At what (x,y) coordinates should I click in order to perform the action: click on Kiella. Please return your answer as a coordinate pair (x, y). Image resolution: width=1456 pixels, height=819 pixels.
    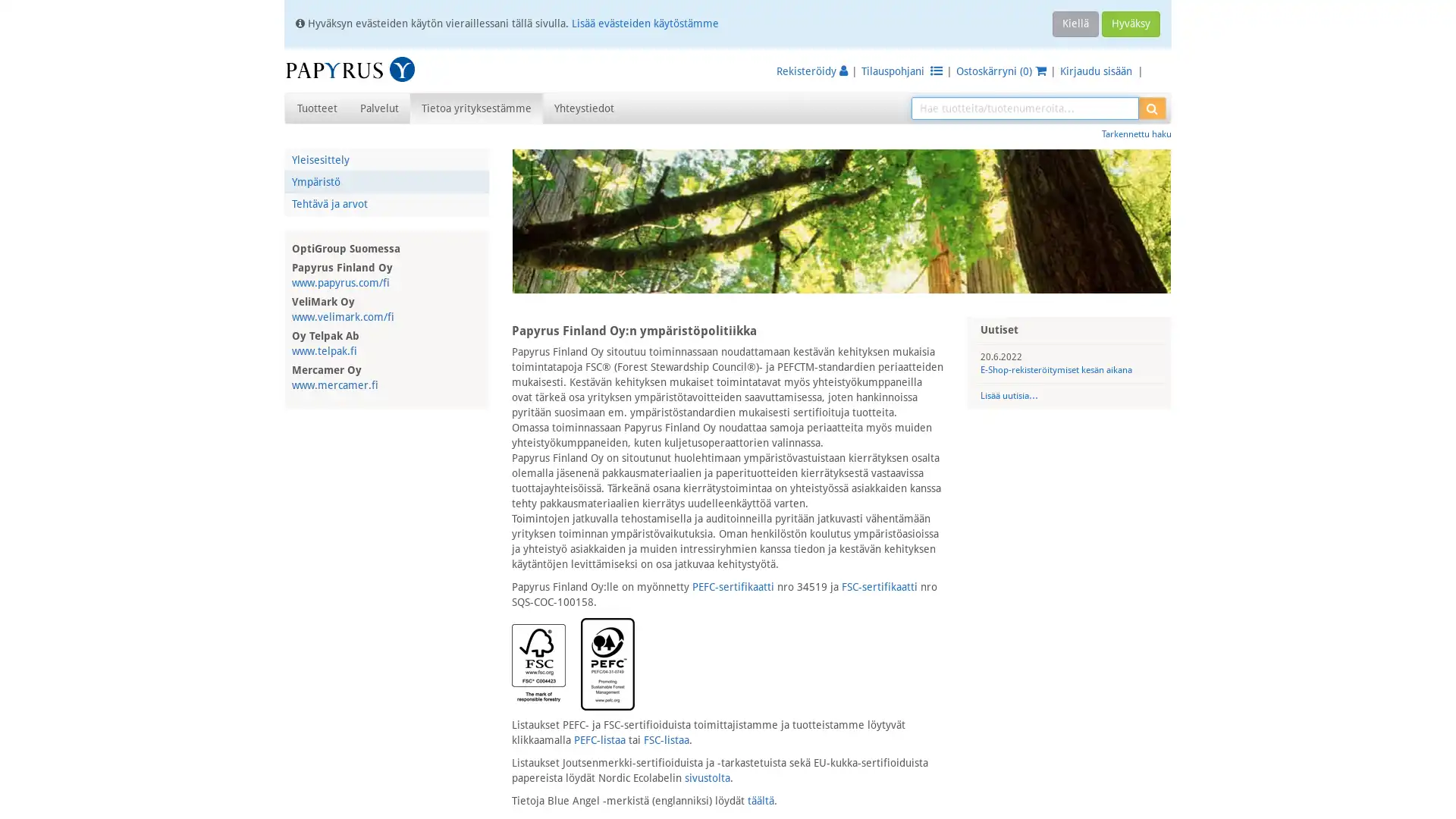
    Looking at the image, I should click on (1075, 24).